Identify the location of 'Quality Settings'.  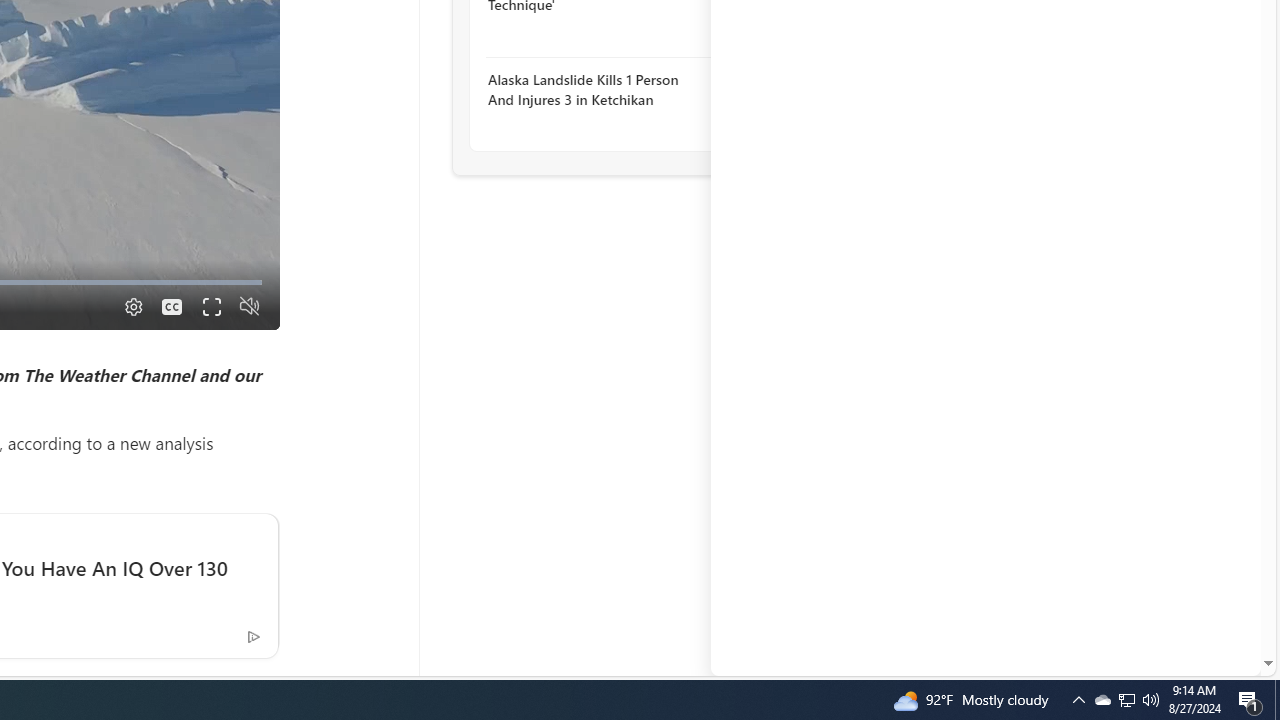
(130, 306).